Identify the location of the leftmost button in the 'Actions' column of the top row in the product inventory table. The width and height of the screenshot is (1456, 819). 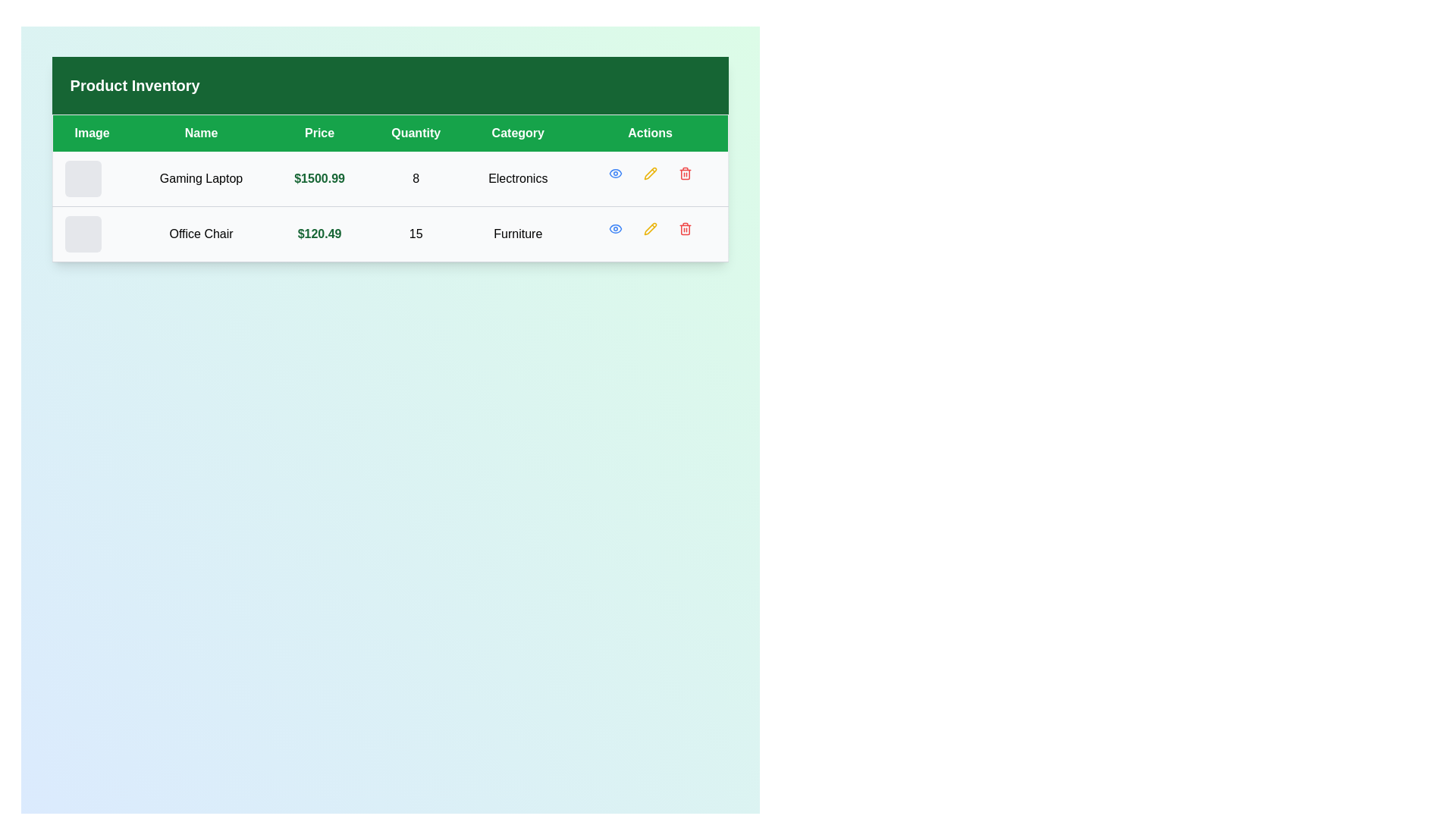
(615, 172).